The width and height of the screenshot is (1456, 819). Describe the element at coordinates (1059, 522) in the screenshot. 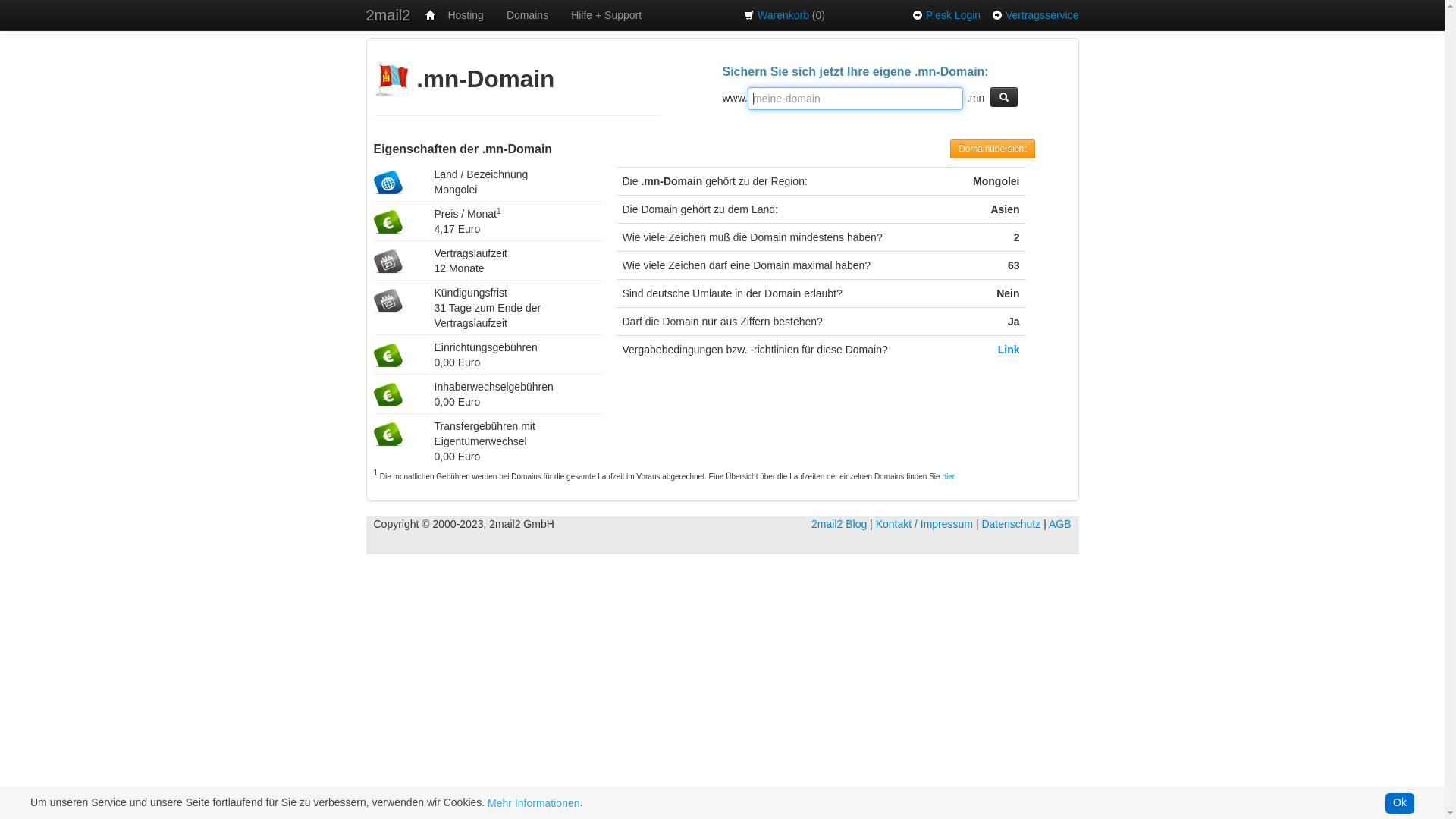

I see `'AGB'` at that location.